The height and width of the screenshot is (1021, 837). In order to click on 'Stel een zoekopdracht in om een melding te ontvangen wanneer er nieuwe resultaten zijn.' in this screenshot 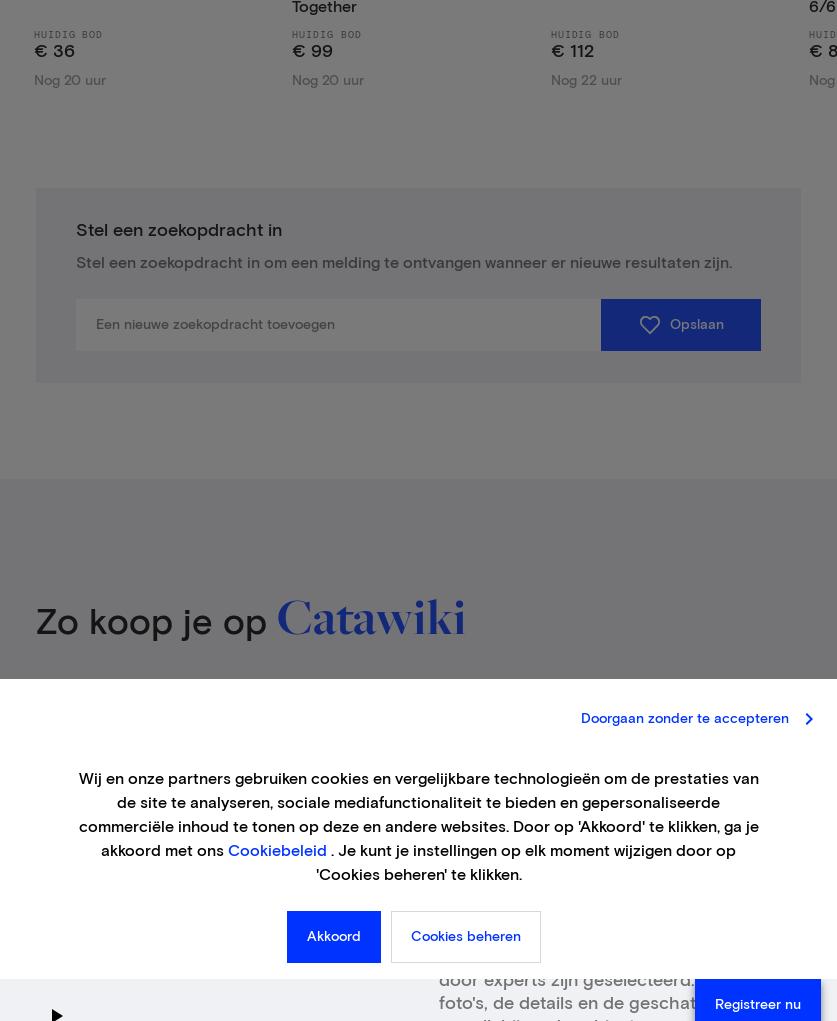, I will do `click(404, 262)`.